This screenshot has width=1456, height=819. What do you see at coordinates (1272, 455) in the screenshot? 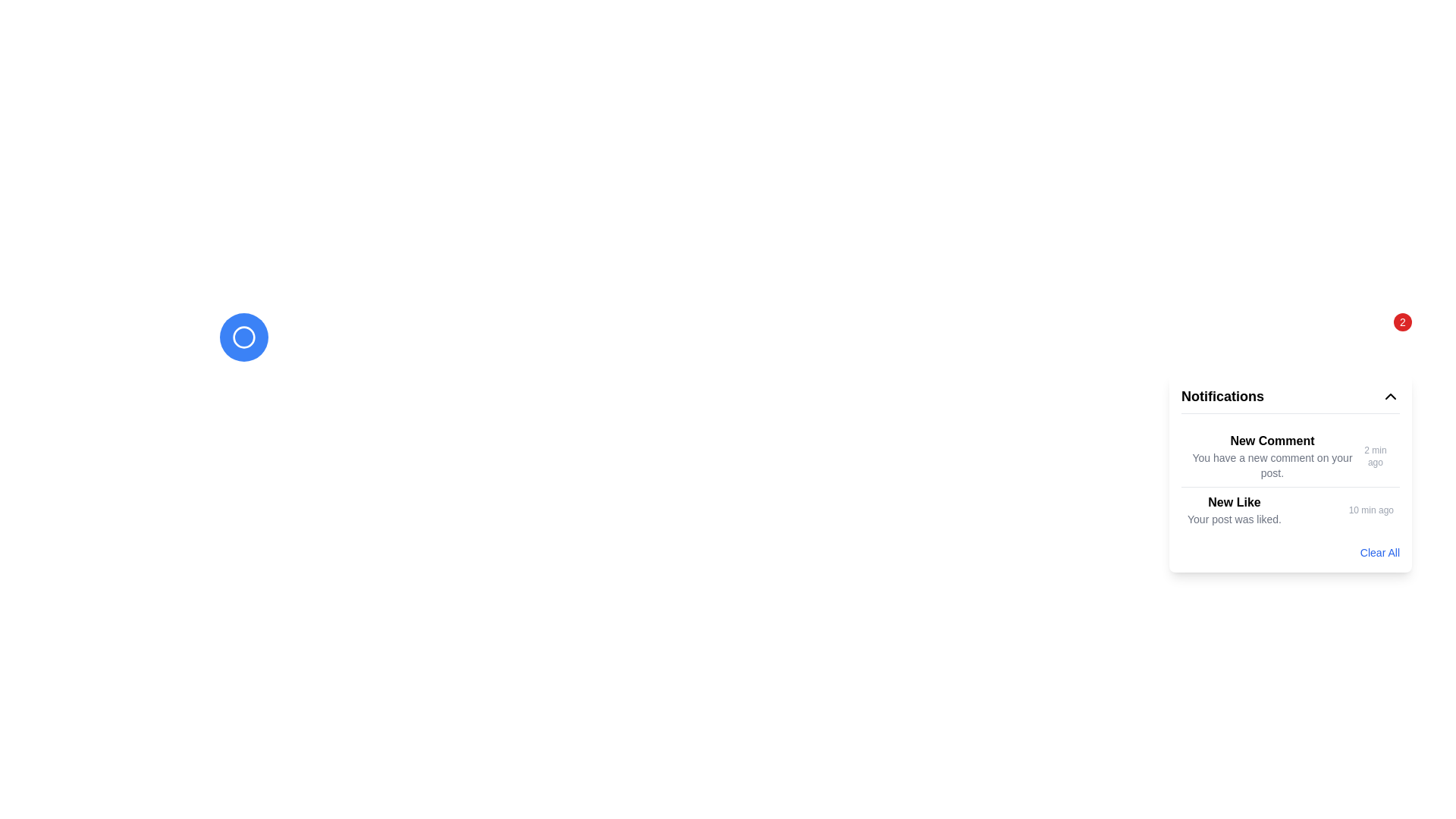
I see `notification from the Text Panel, which is the first item in the notification list indicating a new comment received by the user` at bounding box center [1272, 455].